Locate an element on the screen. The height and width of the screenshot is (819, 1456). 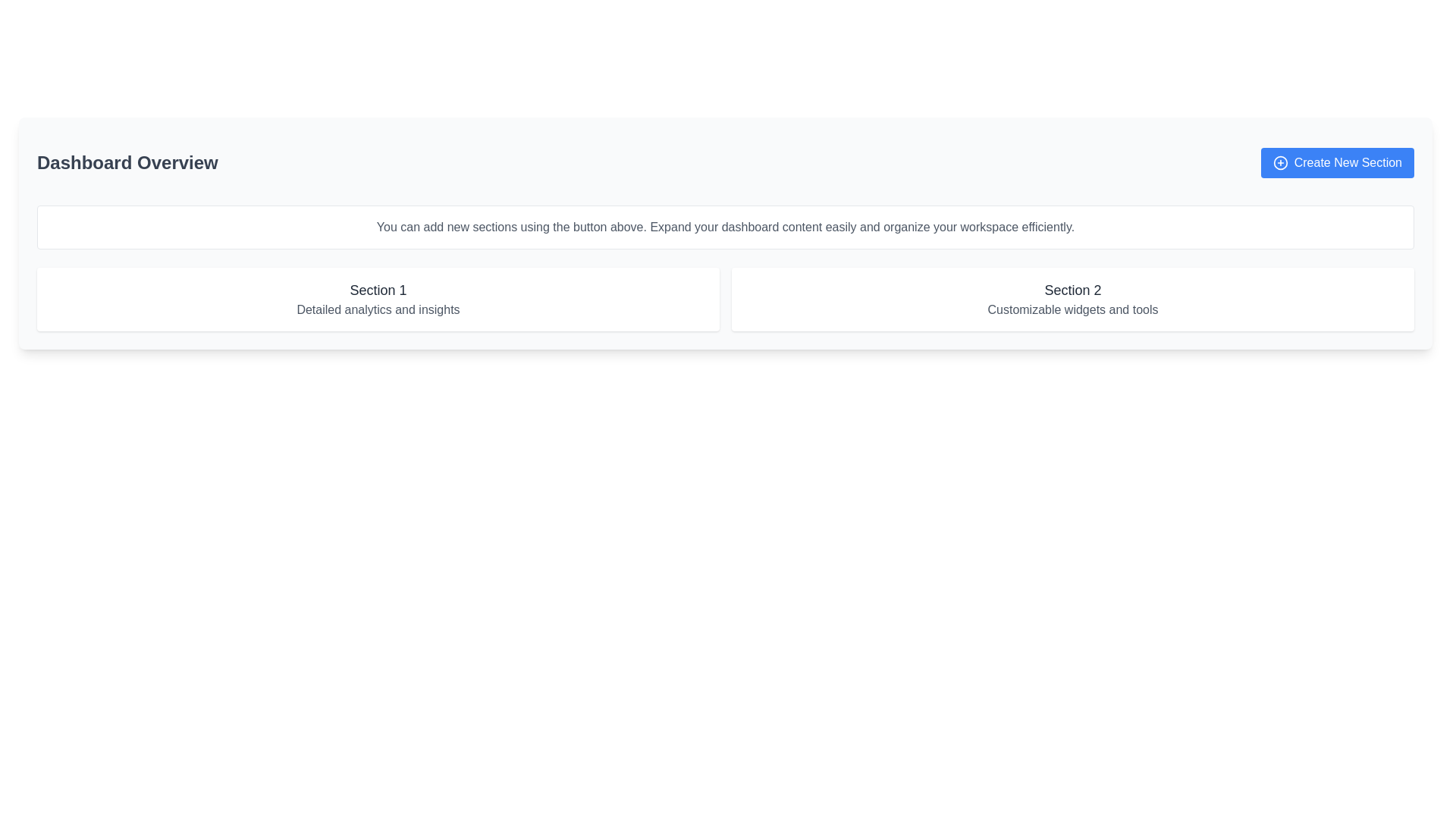
the text label within the 'Create New Section' button, which indicates its functionality for creating a new section in the application is located at coordinates (1348, 163).